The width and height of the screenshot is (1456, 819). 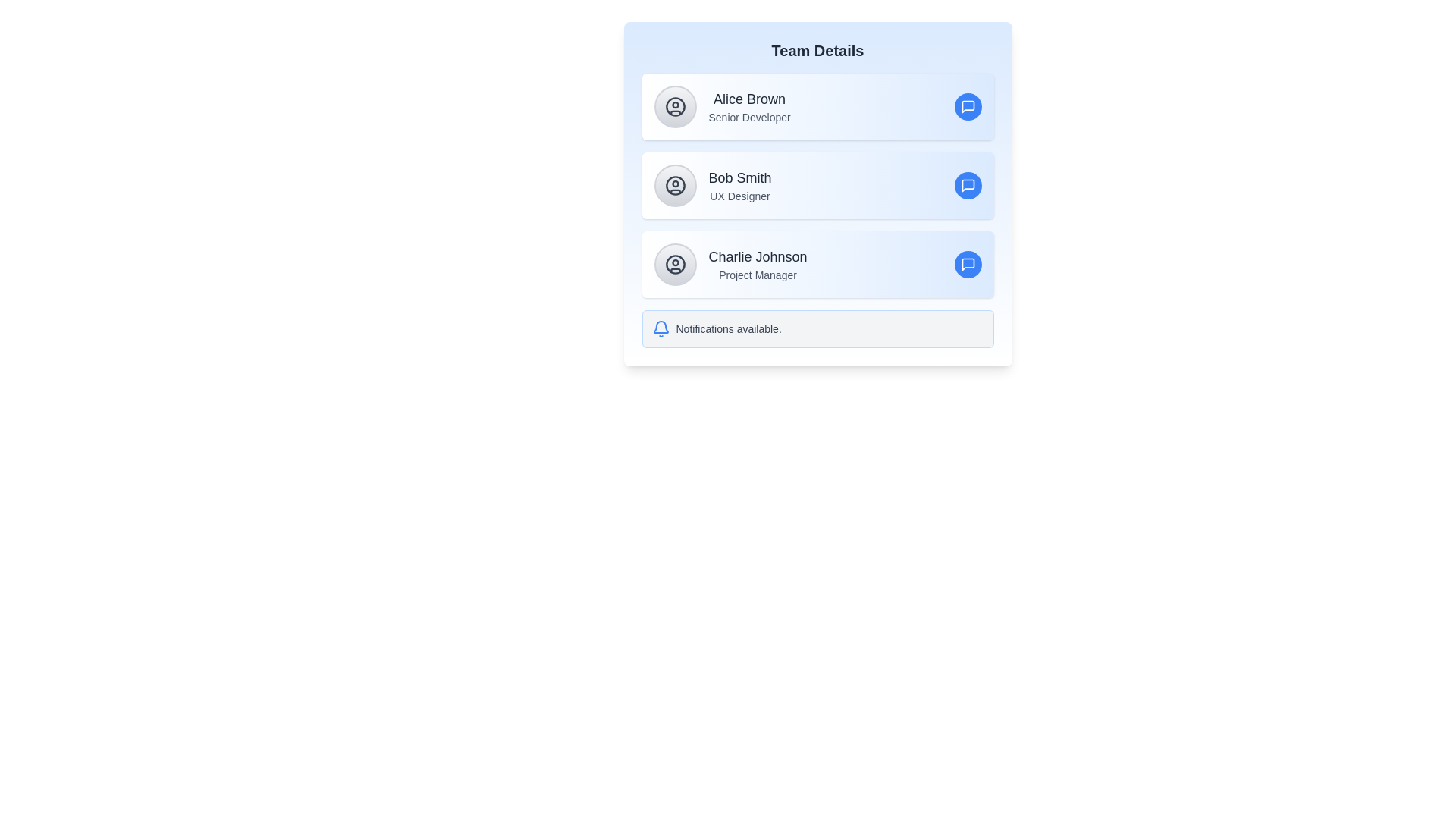 What do you see at coordinates (967, 263) in the screenshot?
I see `the small bright blue speech bubble icon button with a white border, associated with 'Charlie Johnson'` at bounding box center [967, 263].